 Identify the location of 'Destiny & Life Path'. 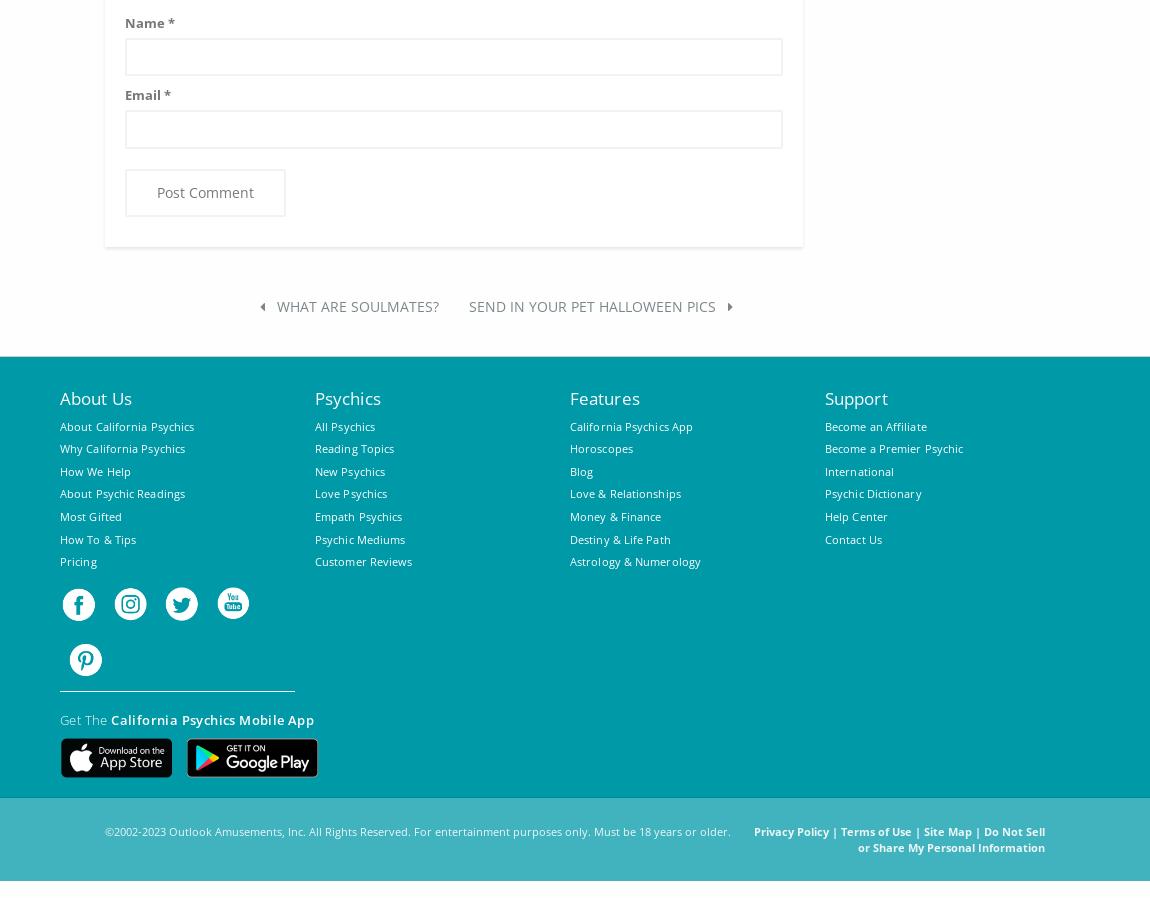
(618, 537).